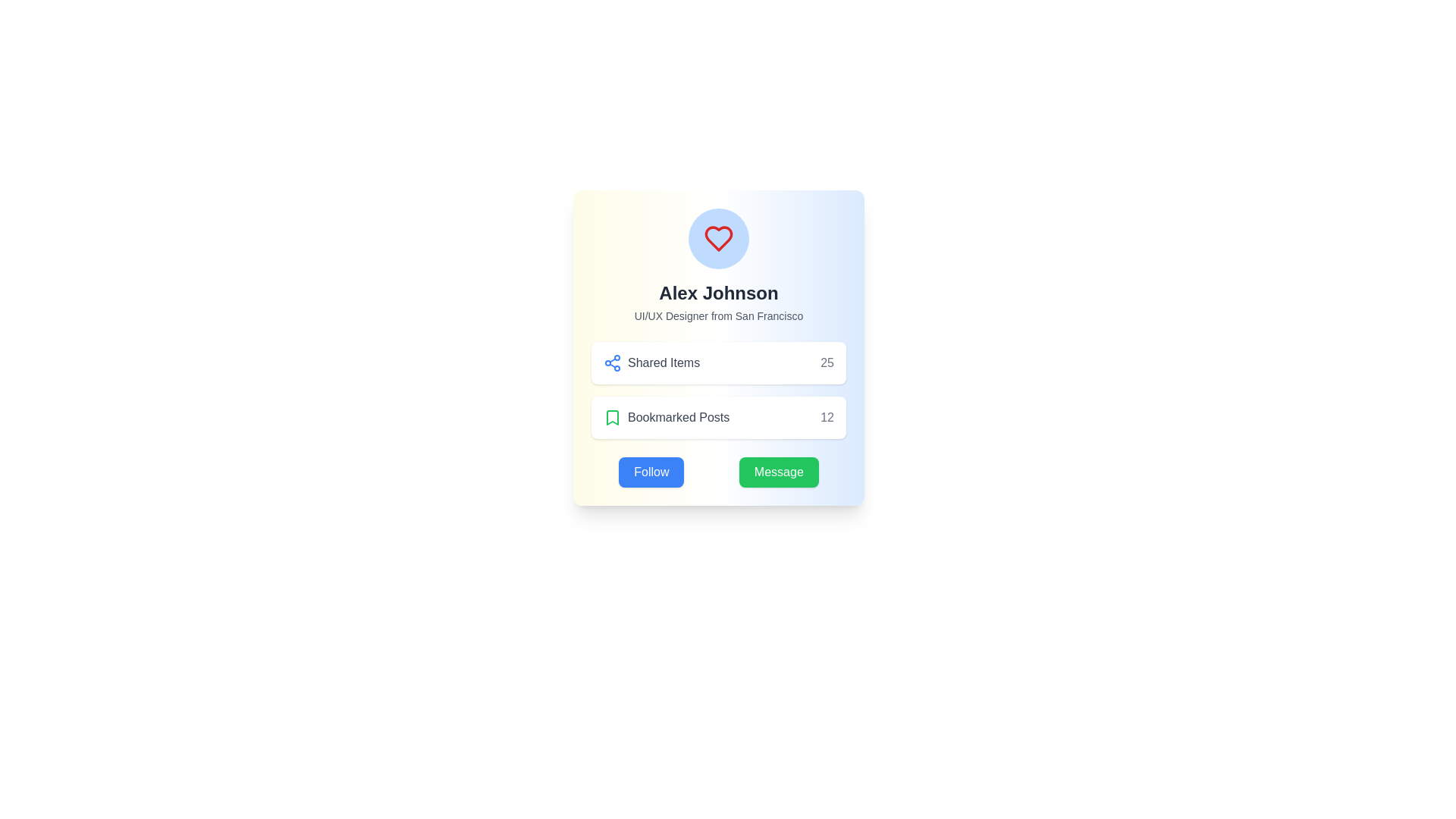 The image size is (1456, 819). What do you see at coordinates (667, 418) in the screenshot?
I see `the informational label with an icon indicating 'Bookmarked Posts' to interpret the displayed information` at bounding box center [667, 418].